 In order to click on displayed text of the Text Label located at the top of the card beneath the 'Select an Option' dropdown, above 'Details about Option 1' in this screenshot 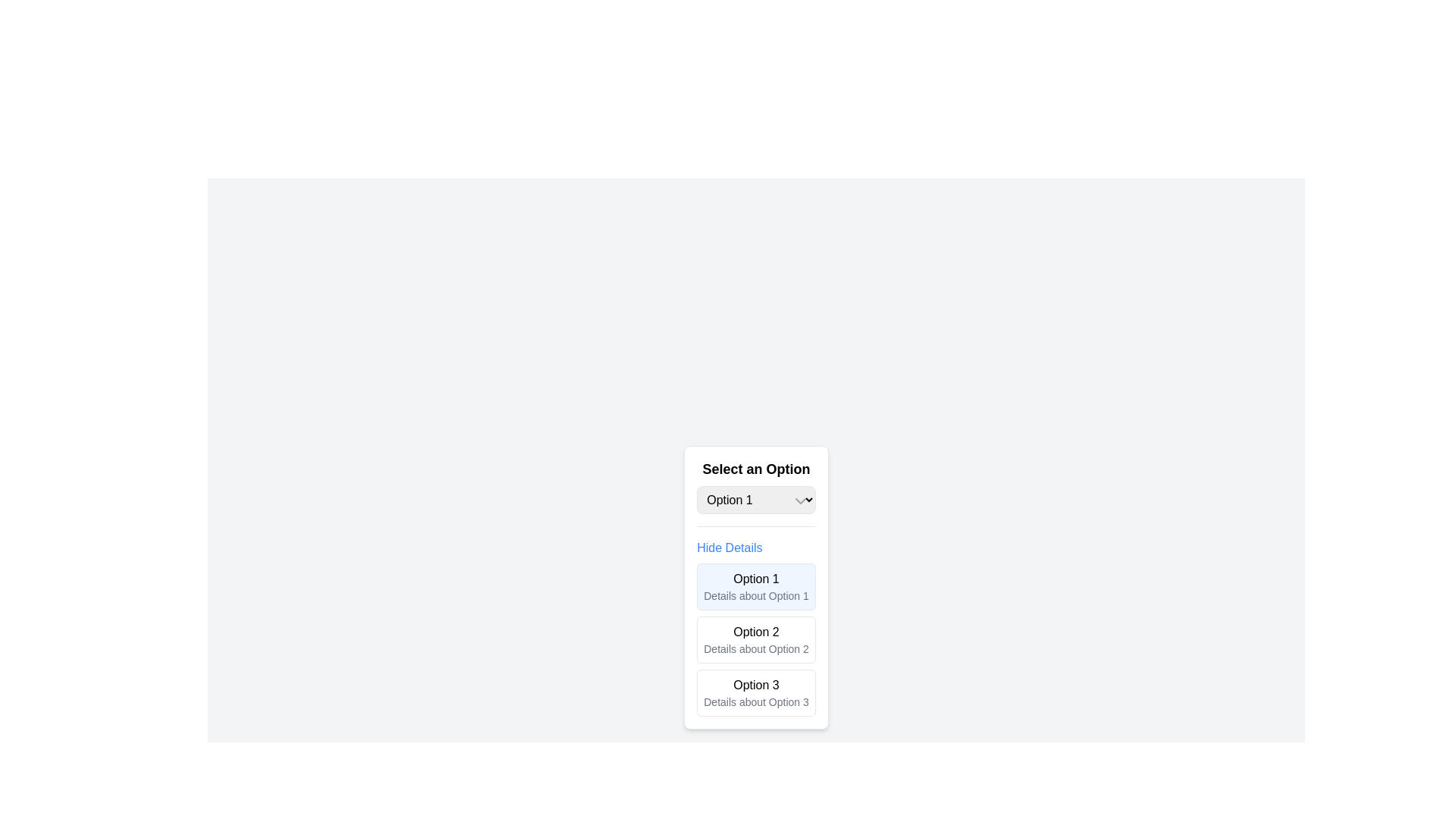, I will do `click(756, 579)`.